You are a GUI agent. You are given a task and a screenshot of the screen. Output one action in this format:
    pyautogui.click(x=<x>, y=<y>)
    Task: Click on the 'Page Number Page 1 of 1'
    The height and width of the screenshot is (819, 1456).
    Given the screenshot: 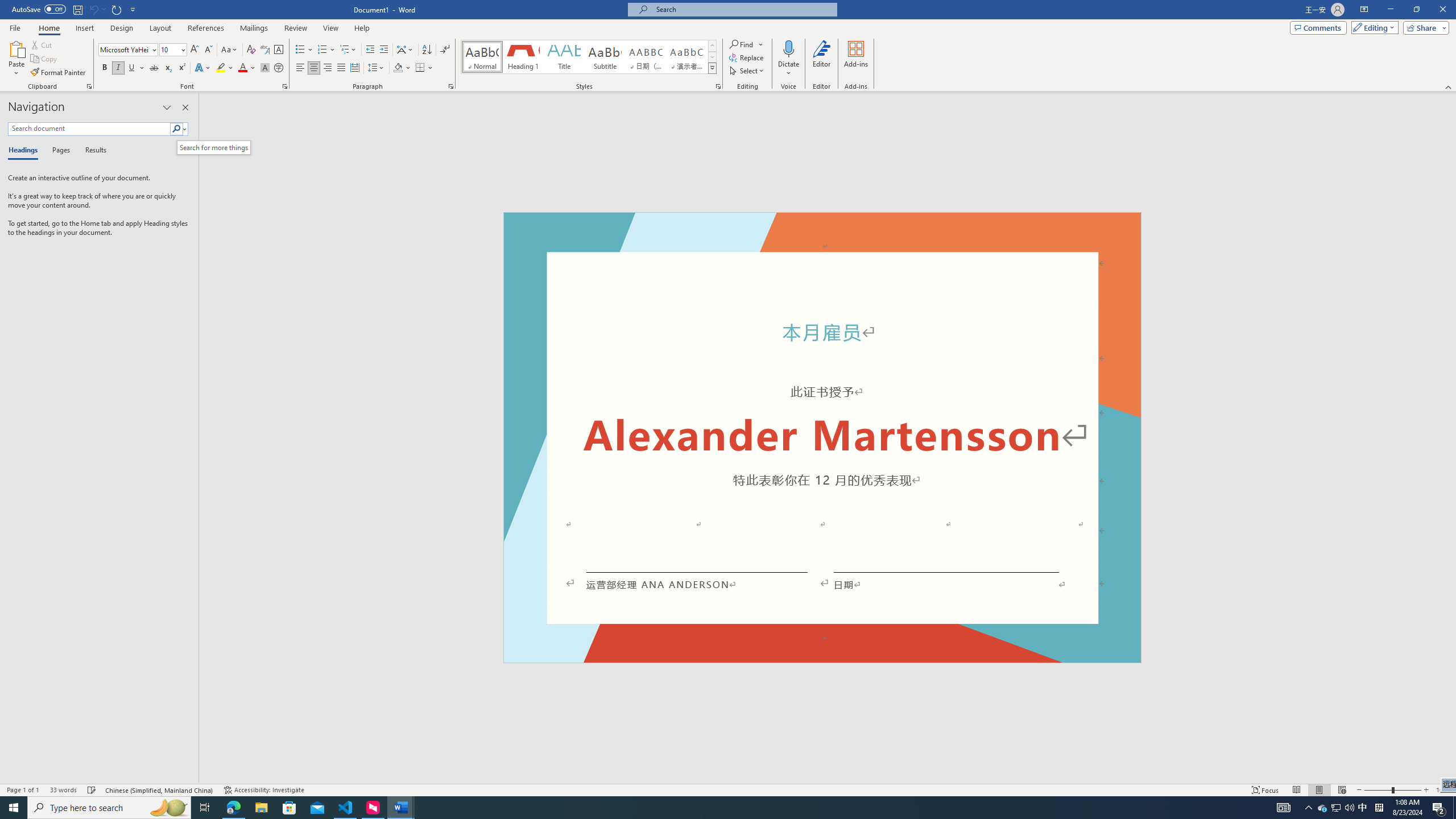 What is the action you would take?
    pyautogui.click(x=23, y=790)
    